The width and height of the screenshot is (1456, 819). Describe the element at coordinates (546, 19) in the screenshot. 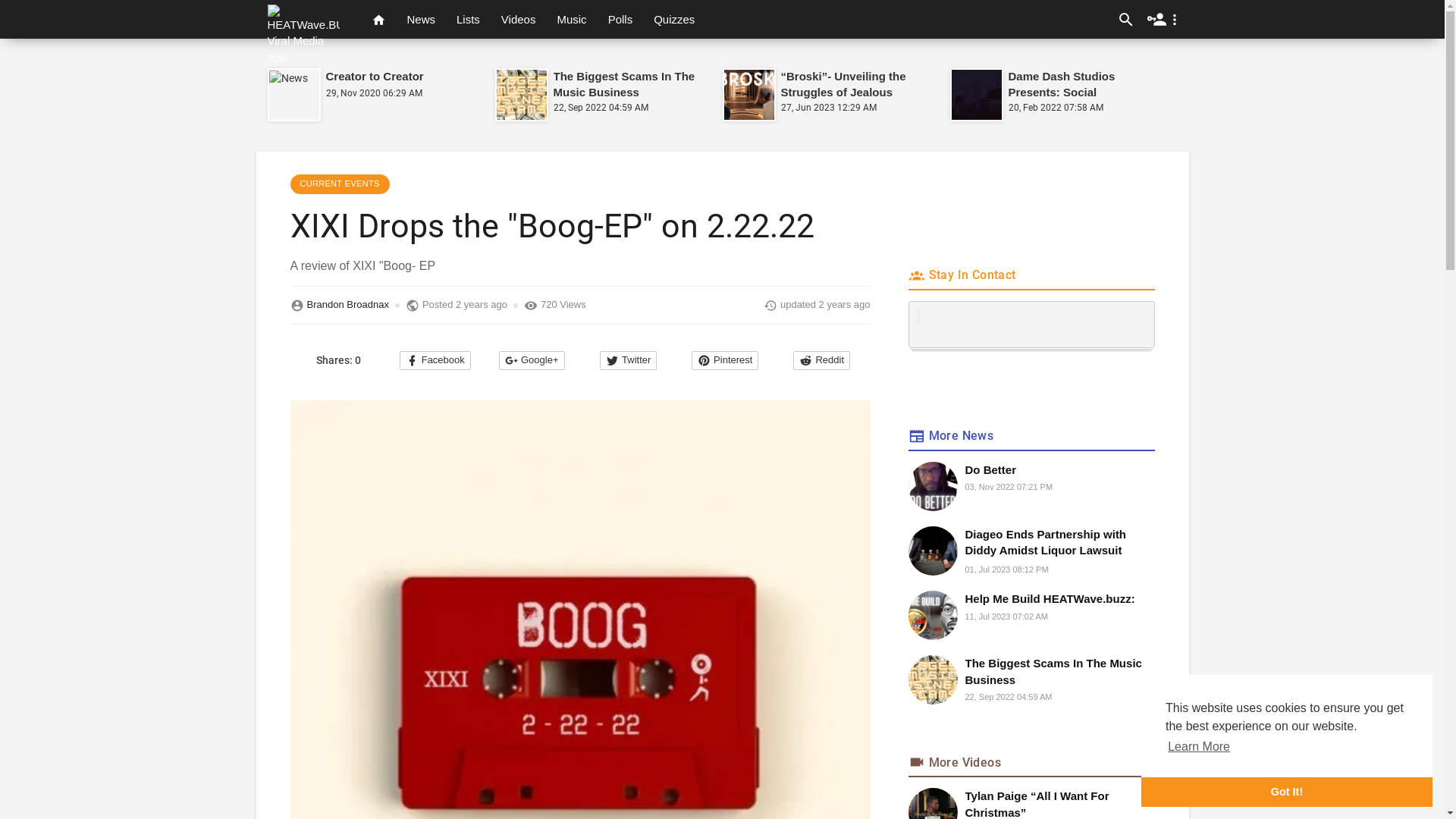

I see `'Music'` at that location.